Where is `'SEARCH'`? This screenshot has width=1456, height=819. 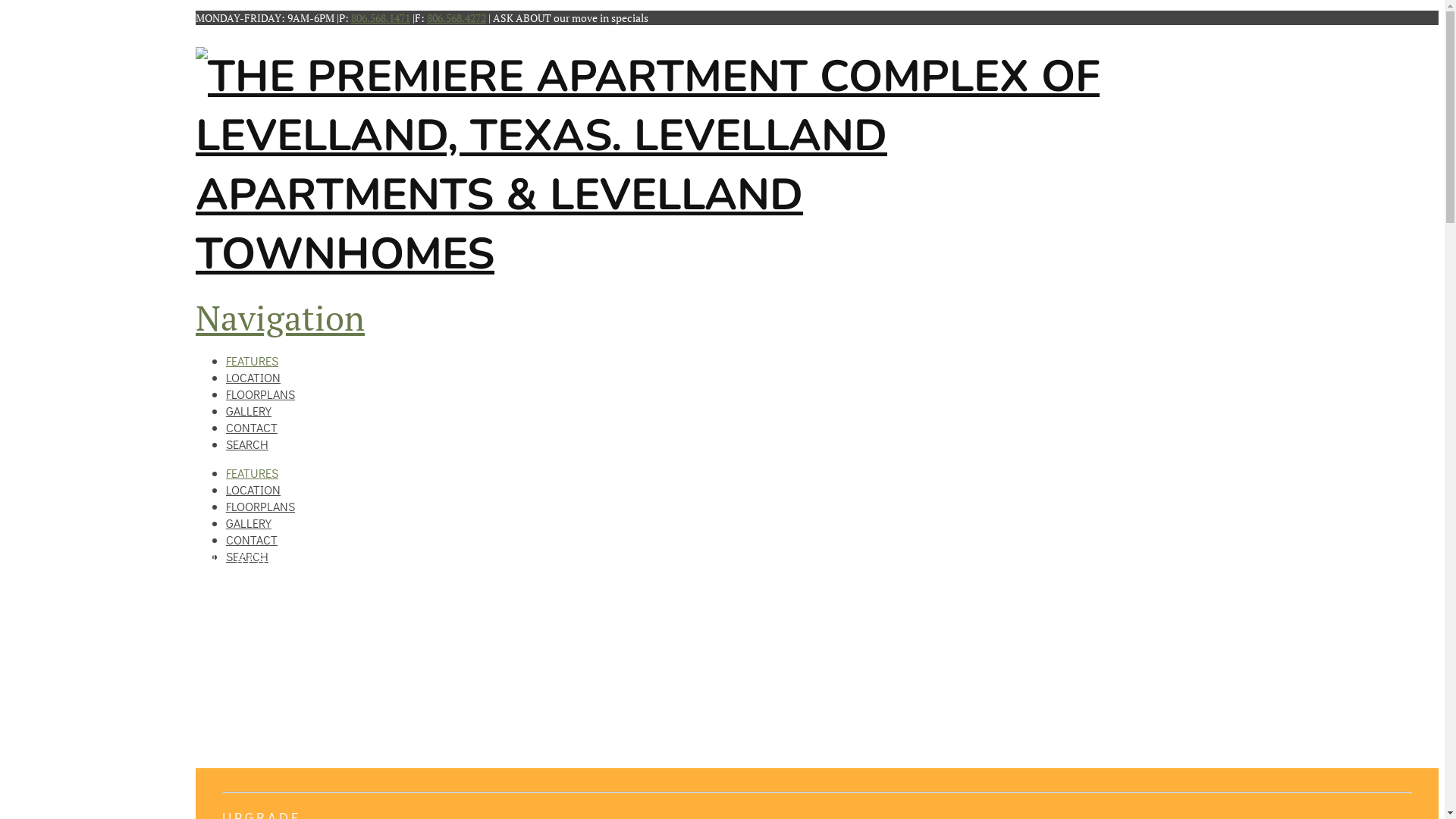 'SEARCH' is located at coordinates (247, 556).